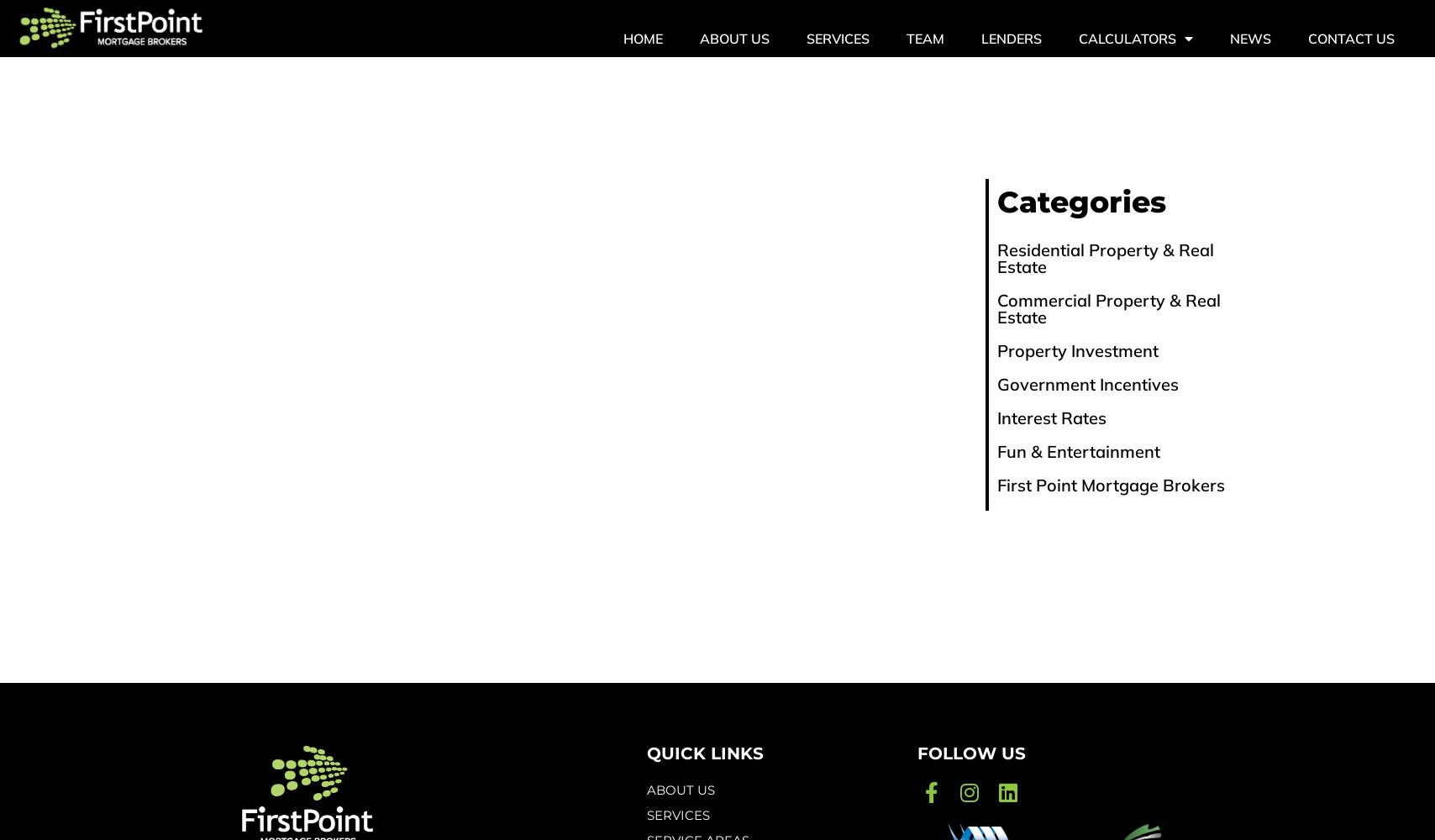 The height and width of the screenshot is (840, 1435). Describe the element at coordinates (1080, 201) in the screenshot. I see `'Categories'` at that location.